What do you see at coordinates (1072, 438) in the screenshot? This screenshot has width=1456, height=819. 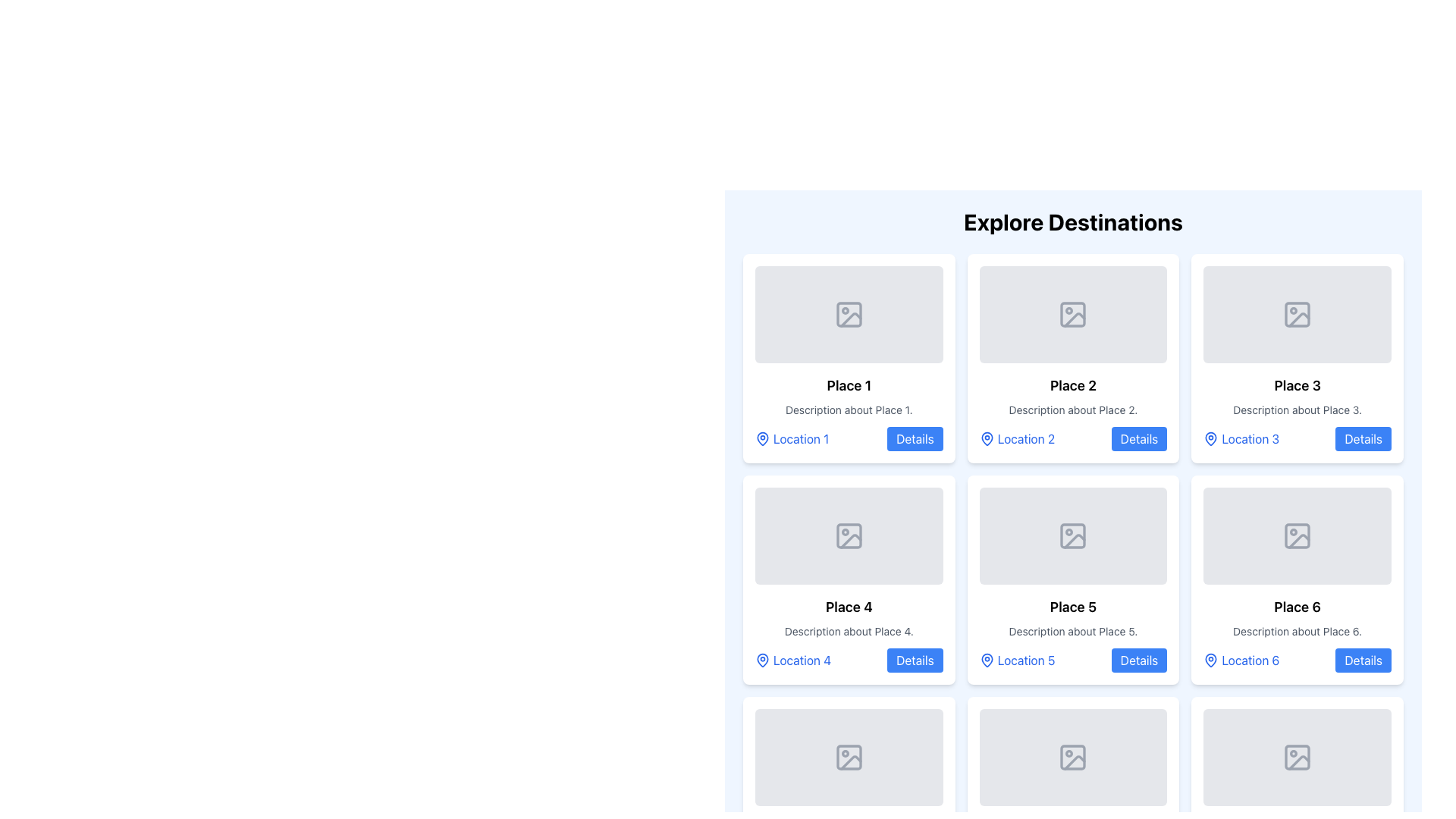 I see `the interactive button in the 'Place 2' card located in the second column of the first row under 'Explore Destinations'` at bounding box center [1072, 438].